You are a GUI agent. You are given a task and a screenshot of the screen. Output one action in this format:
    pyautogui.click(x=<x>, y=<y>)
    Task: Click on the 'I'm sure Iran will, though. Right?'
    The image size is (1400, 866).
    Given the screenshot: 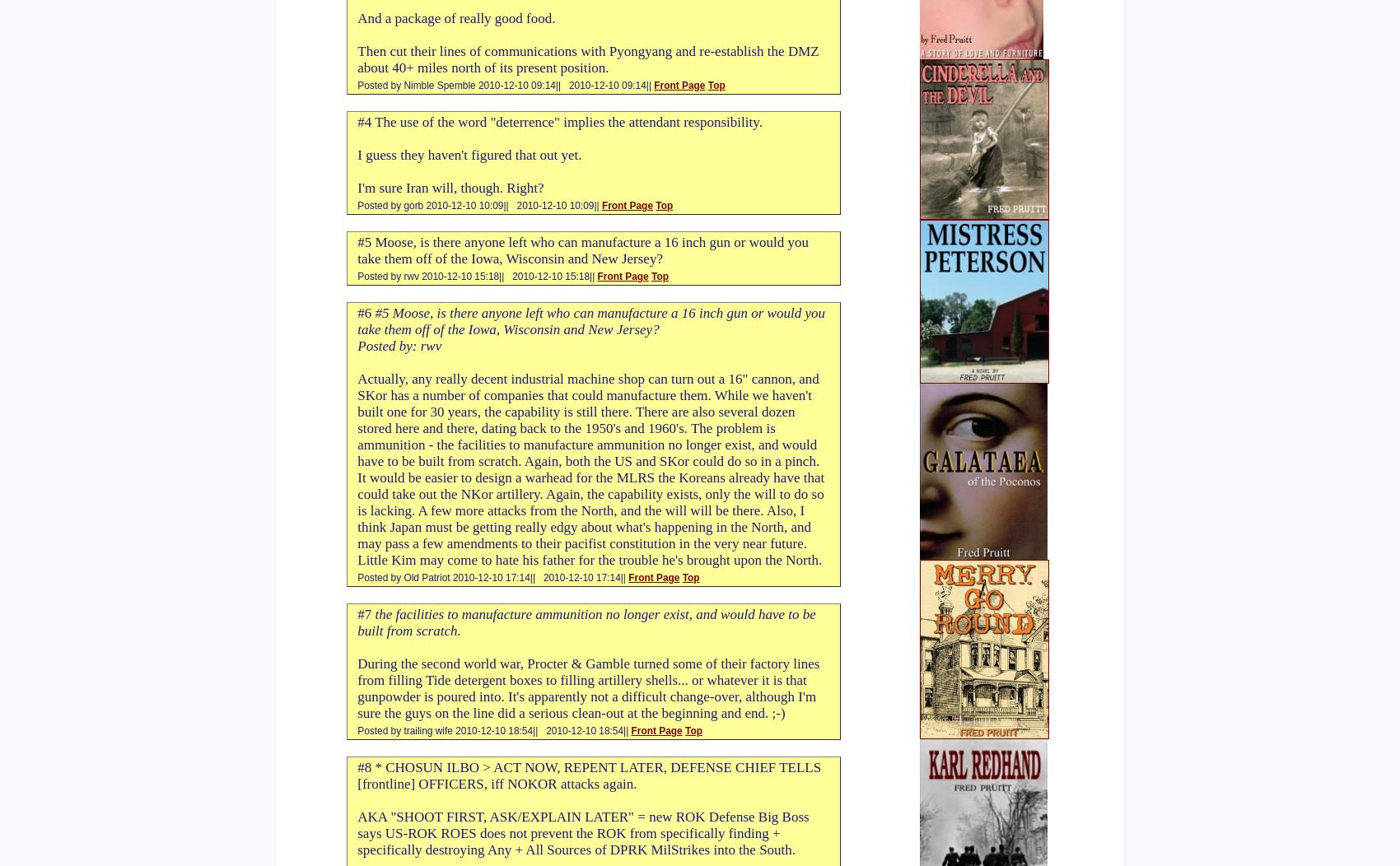 What is the action you would take?
    pyautogui.click(x=450, y=187)
    